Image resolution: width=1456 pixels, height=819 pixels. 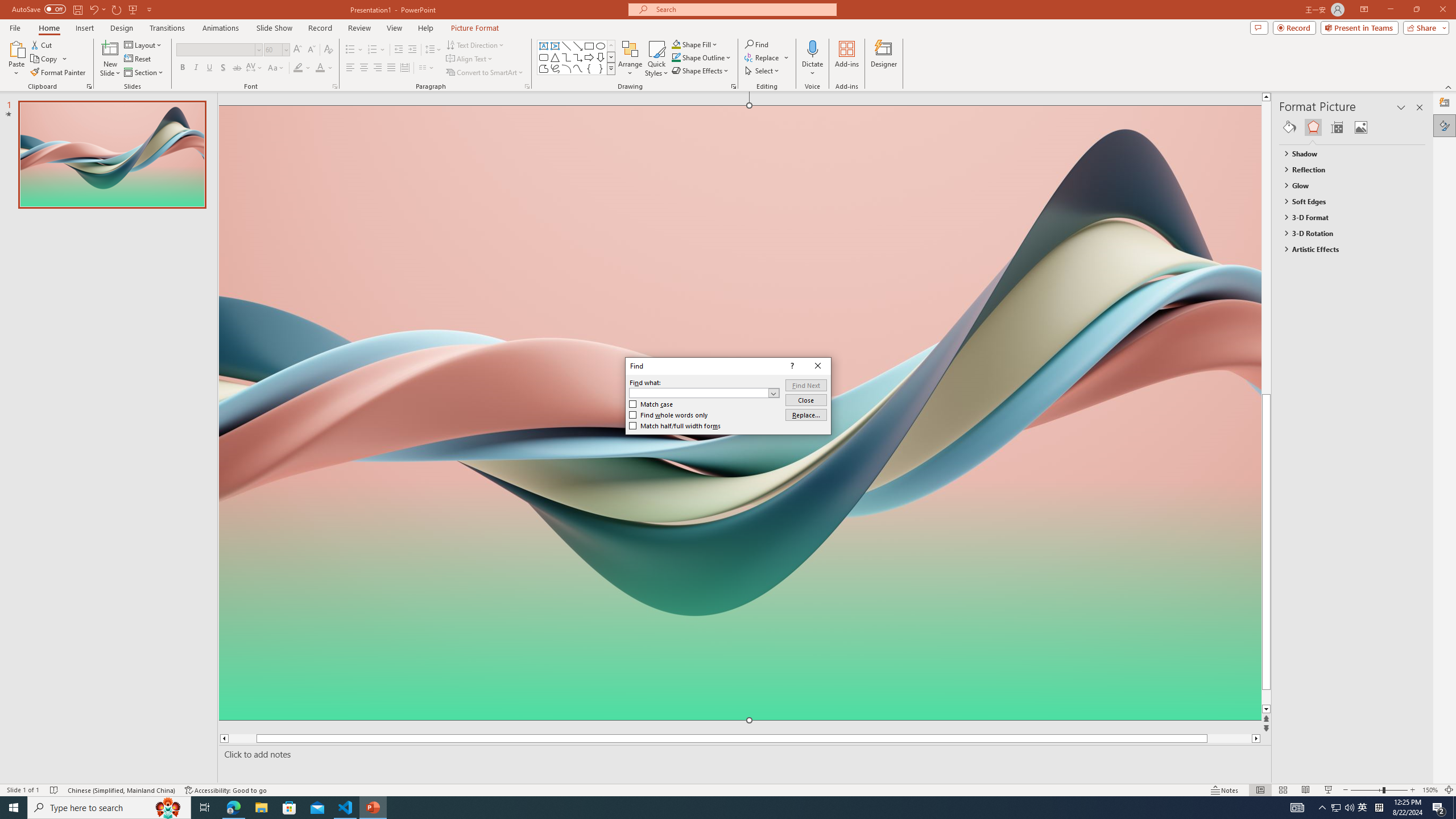 I want to click on 'Font Color Red', so click(x=320, y=67).